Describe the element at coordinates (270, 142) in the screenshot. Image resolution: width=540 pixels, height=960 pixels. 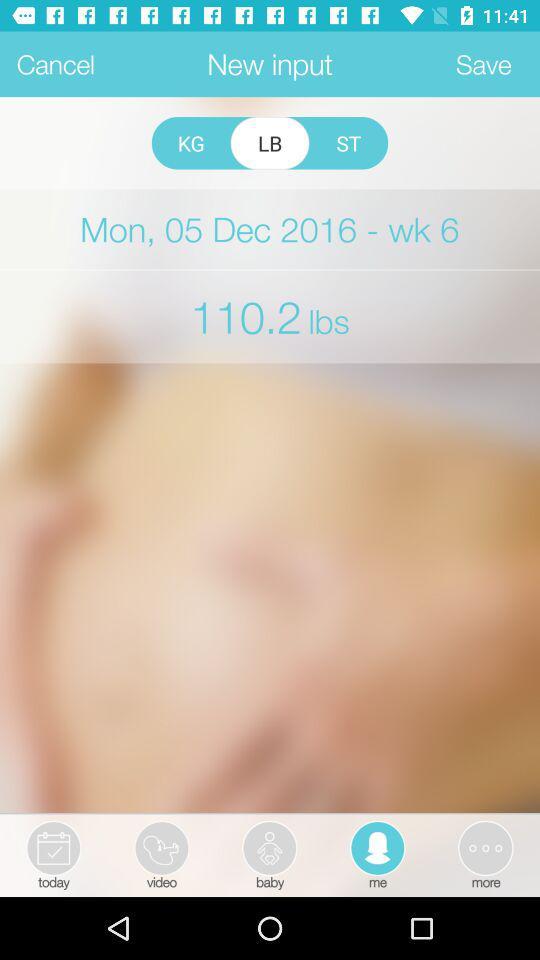
I see `lb icon` at that location.